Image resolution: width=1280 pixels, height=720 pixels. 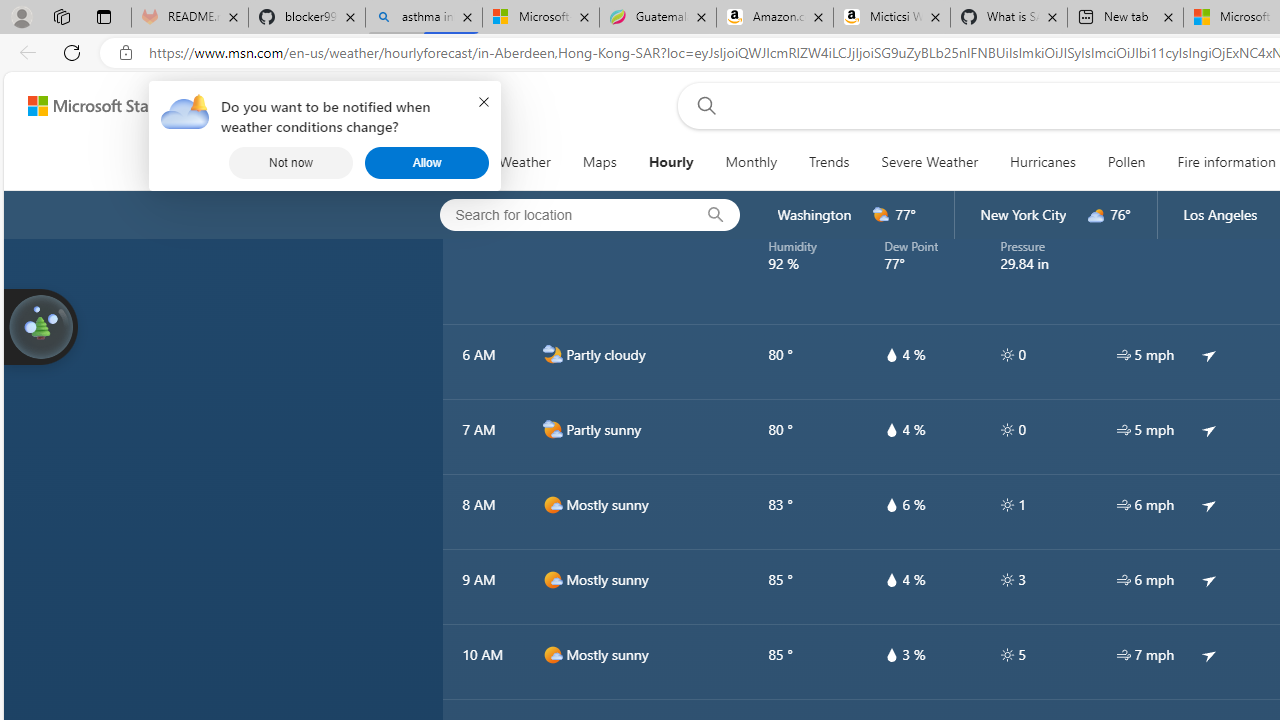 What do you see at coordinates (890, 654) in the screenshot?
I see `'hourlyTable/drop'` at bounding box center [890, 654].